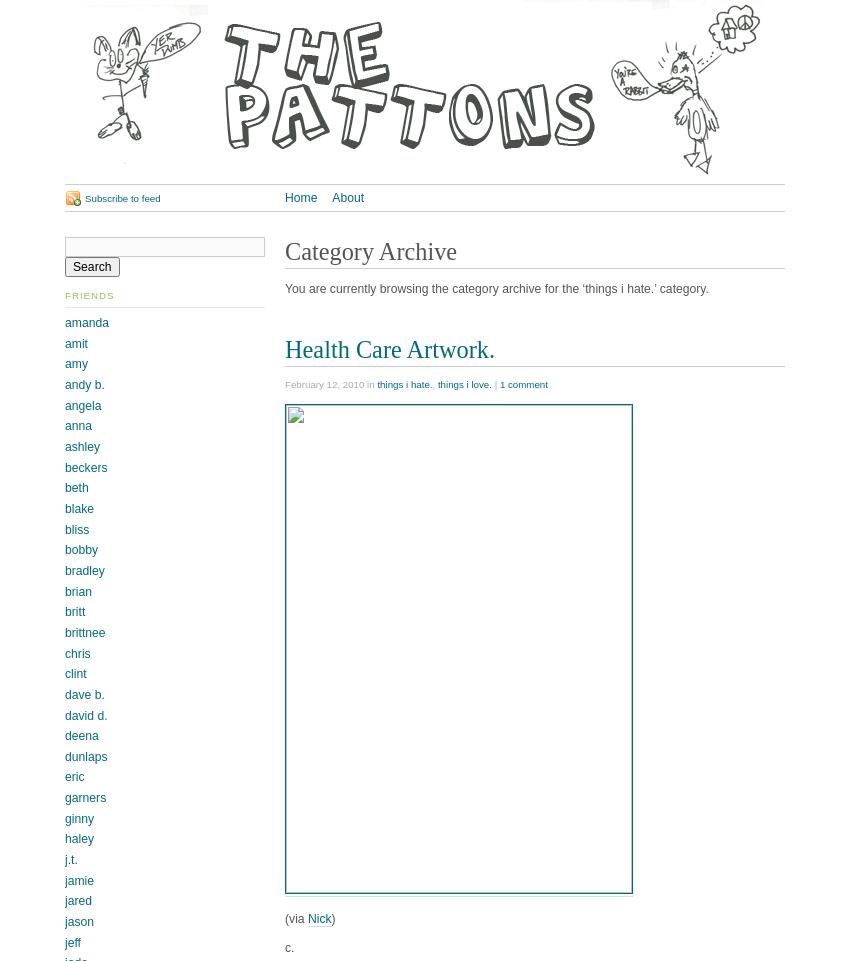 The image size is (850, 961). What do you see at coordinates (389, 347) in the screenshot?
I see `'Health Care Artwork.'` at bounding box center [389, 347].